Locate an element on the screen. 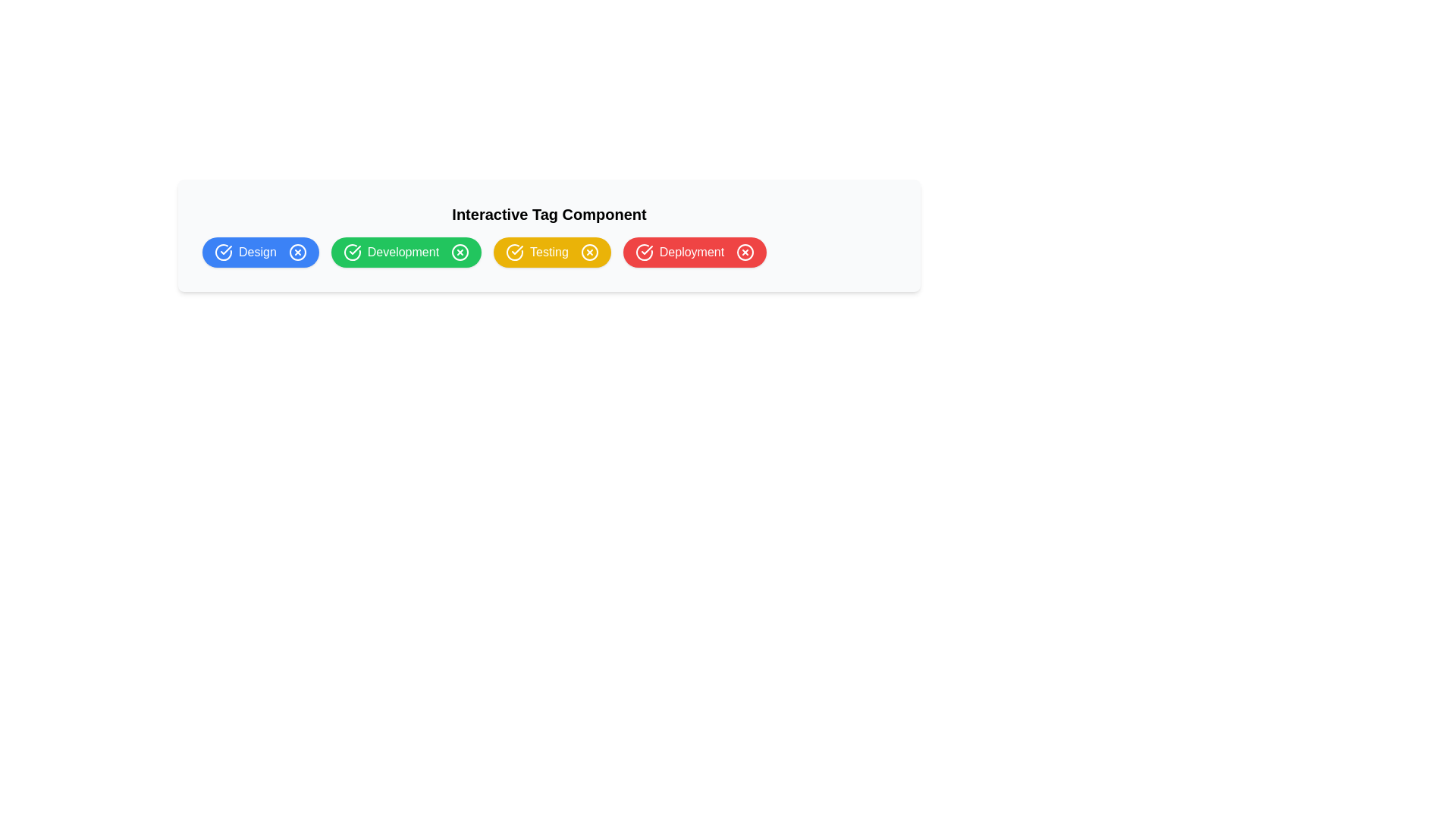 The height and width of the screenshot is (819, 1456). the checkmark icon within the yellow 'Testing' label, which is the third label in a horizontal layout of colored tags is located at coordinates (517, 249).